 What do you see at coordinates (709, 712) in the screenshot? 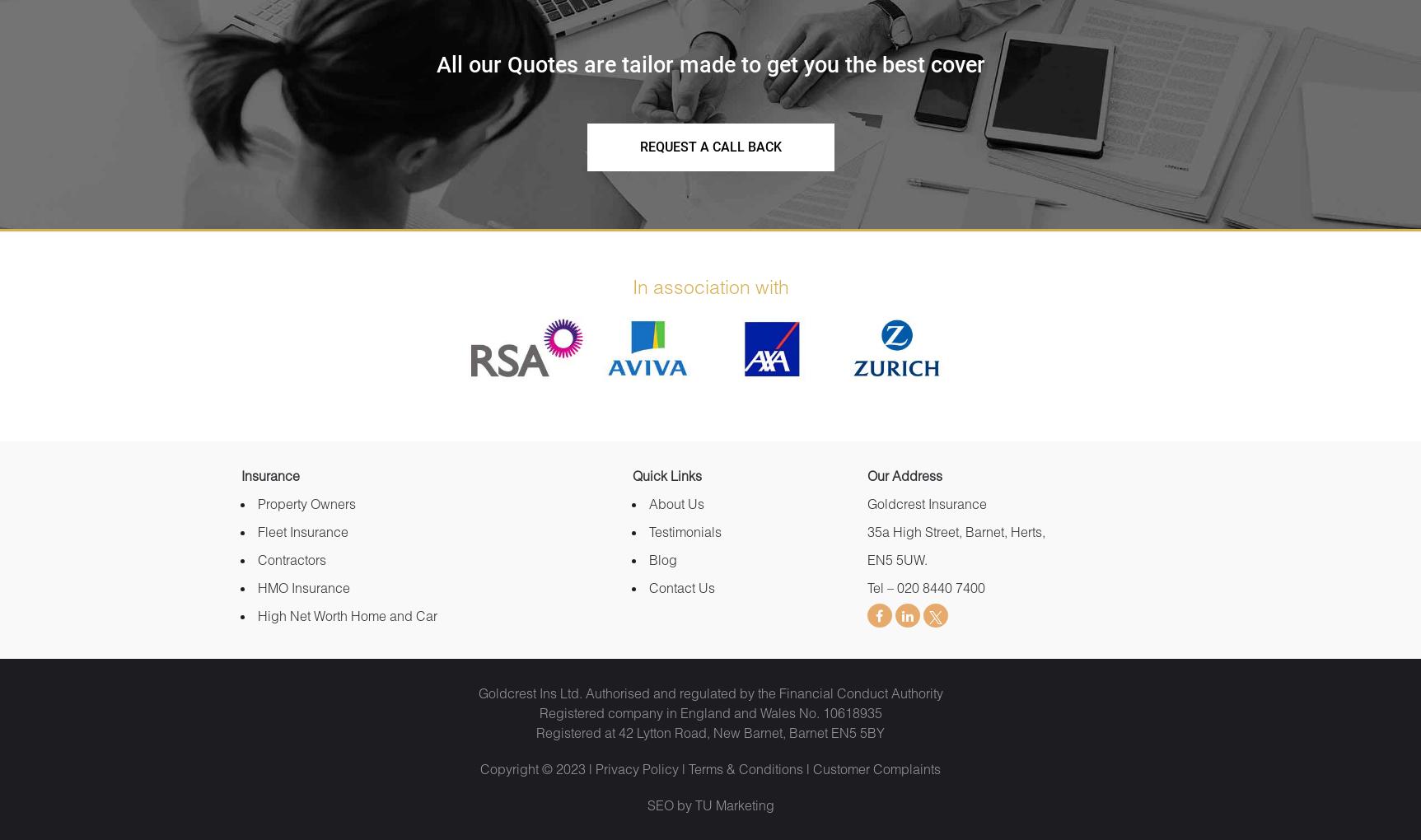
I see `'Registered company in England and Wales No. 10618935'` at bounding box center [709, 712].